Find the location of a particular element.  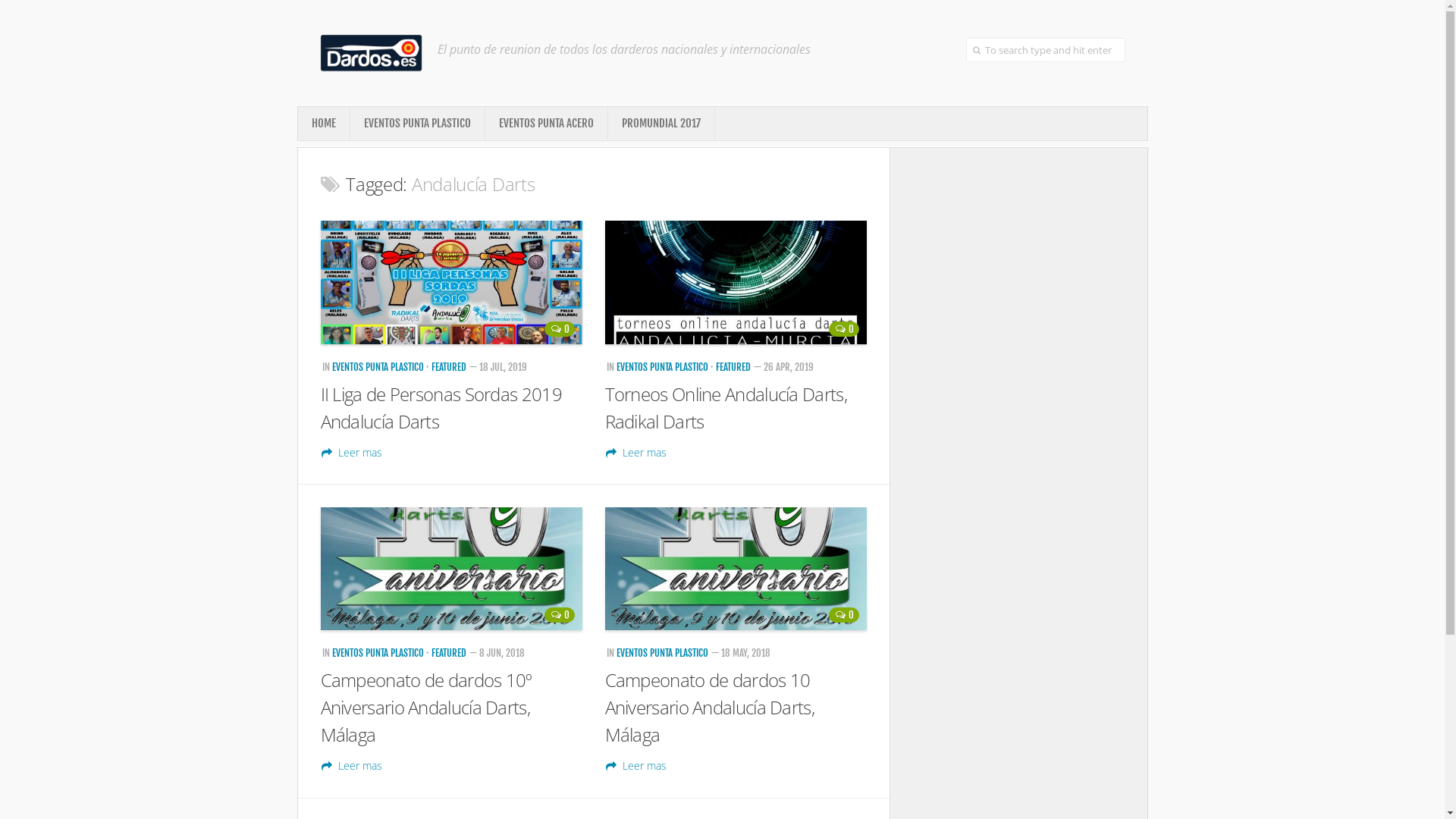

'EVENTOS PUNTA ACERO' is located at coordinates (546, 122).